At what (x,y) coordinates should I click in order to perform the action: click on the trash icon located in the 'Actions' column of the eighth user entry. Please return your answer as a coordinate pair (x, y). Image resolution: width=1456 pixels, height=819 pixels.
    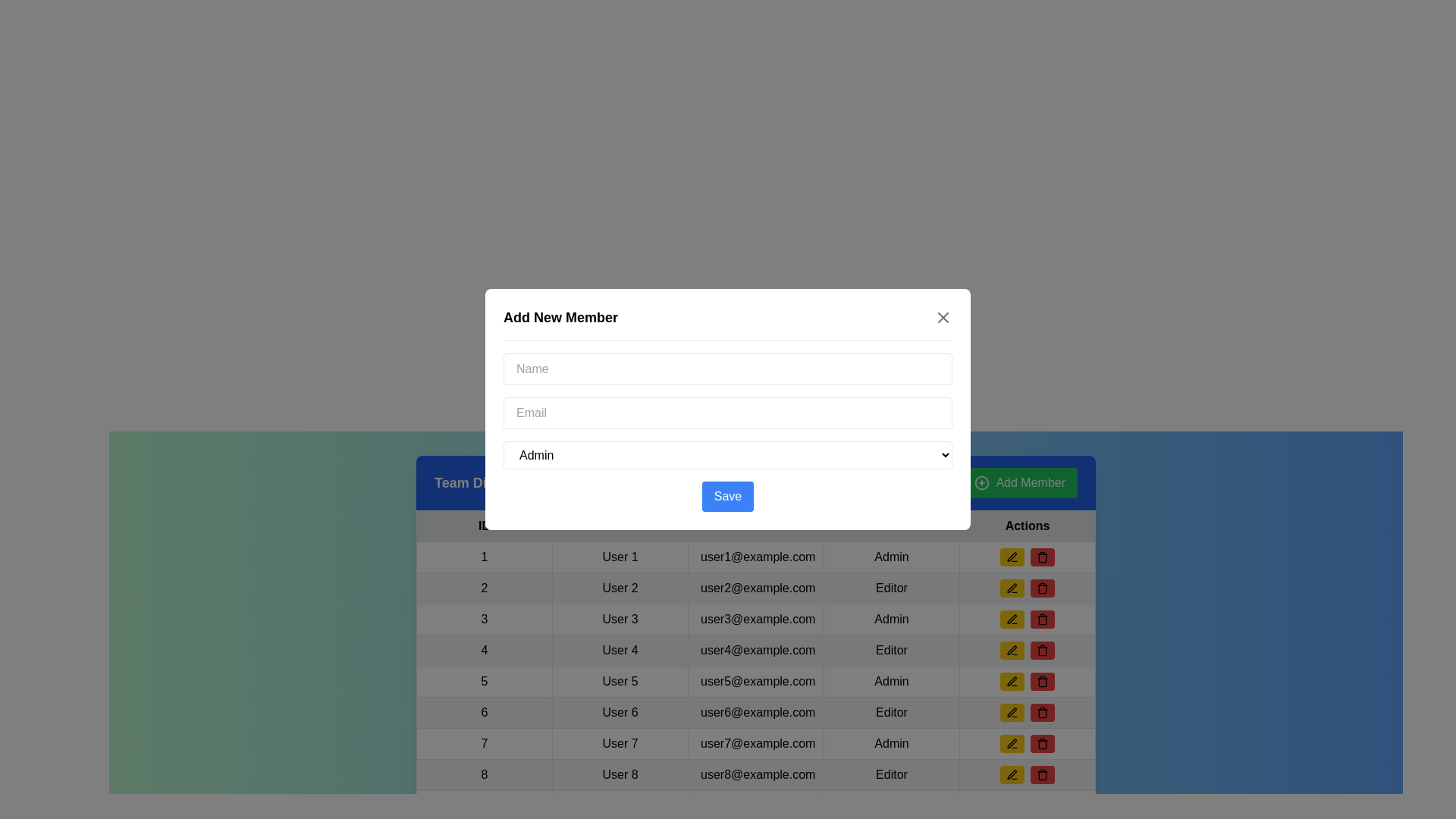
    Looking at the image, I should click on (1041, 651).